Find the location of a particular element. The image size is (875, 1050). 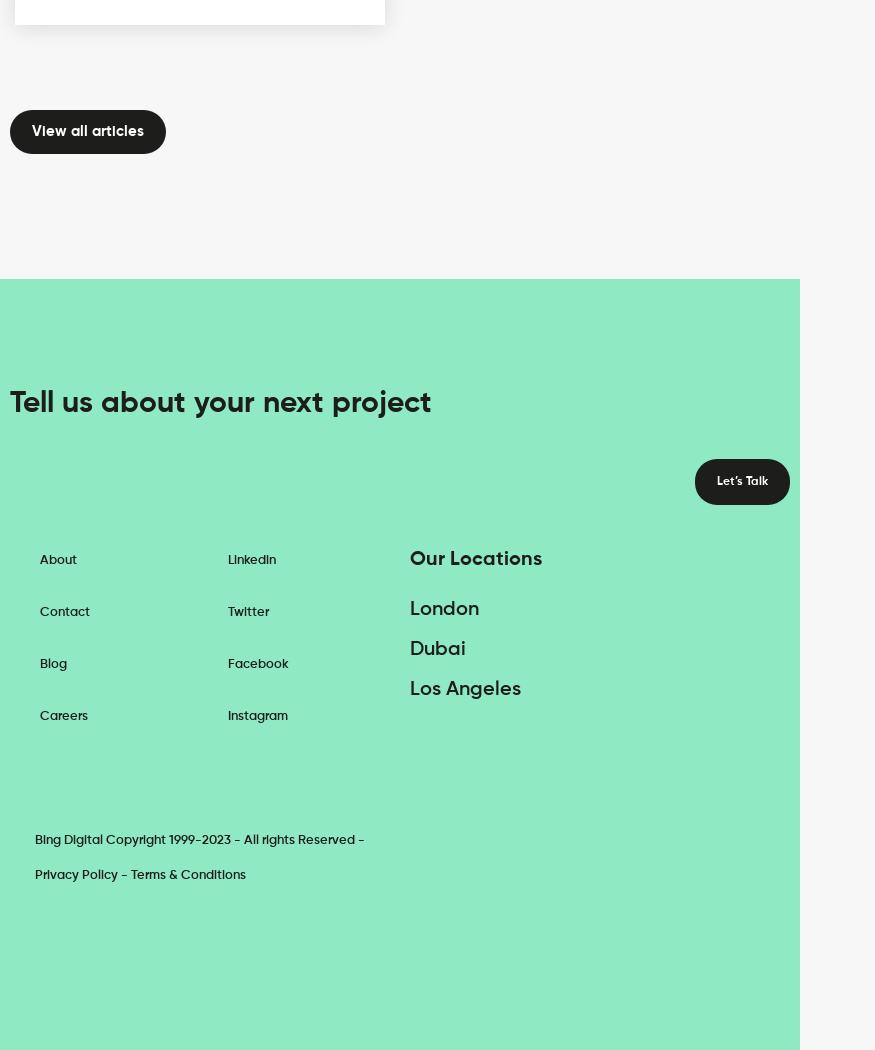

'Our Locations' is located at coordinates (476, 559).